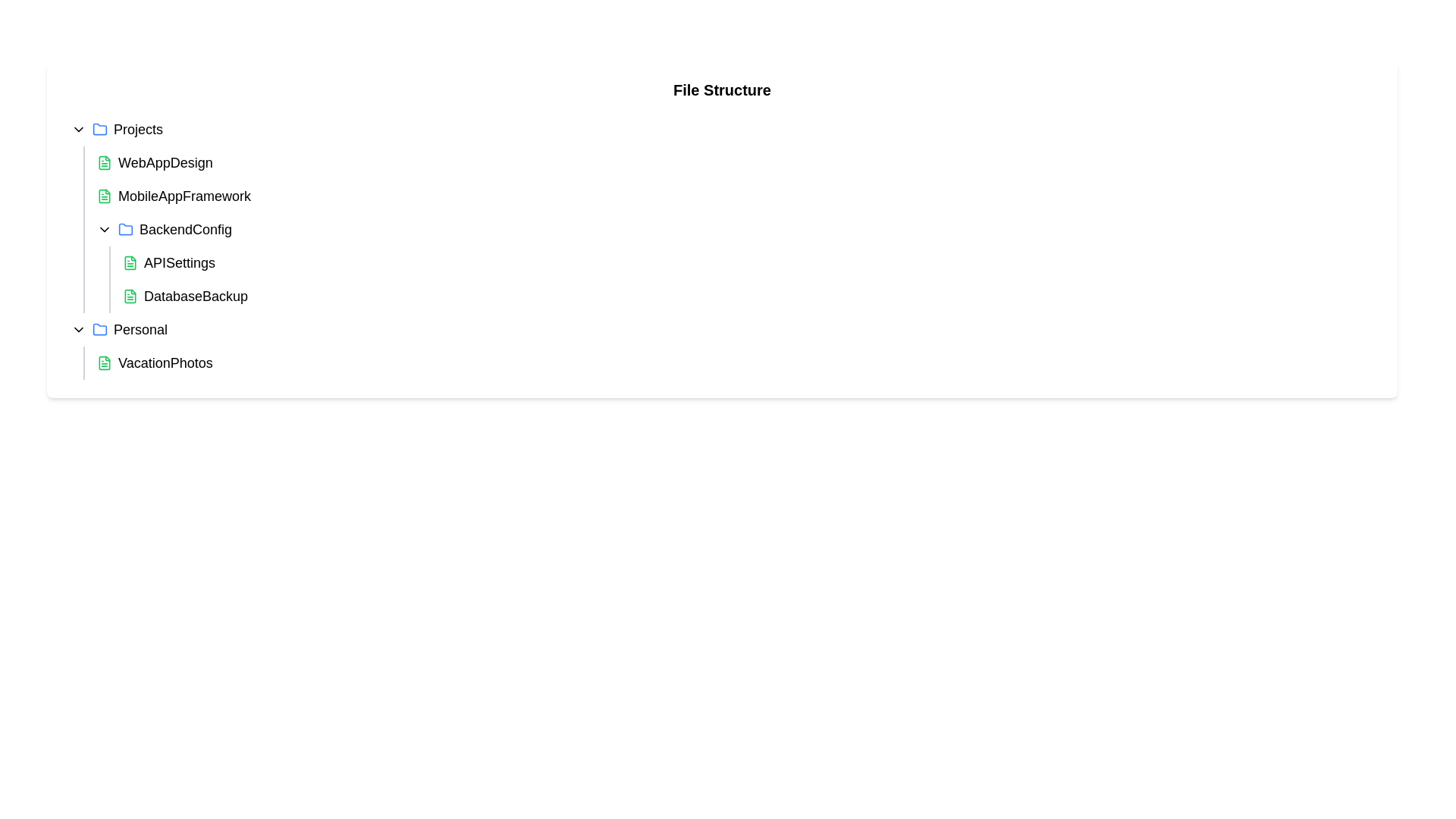 The image size is (1456, 819). I want to click on the Text Label that provides the name or title of a file or folder entry within the 'Personal' folder section, following the icon that resembles a file, so click(165, 362).